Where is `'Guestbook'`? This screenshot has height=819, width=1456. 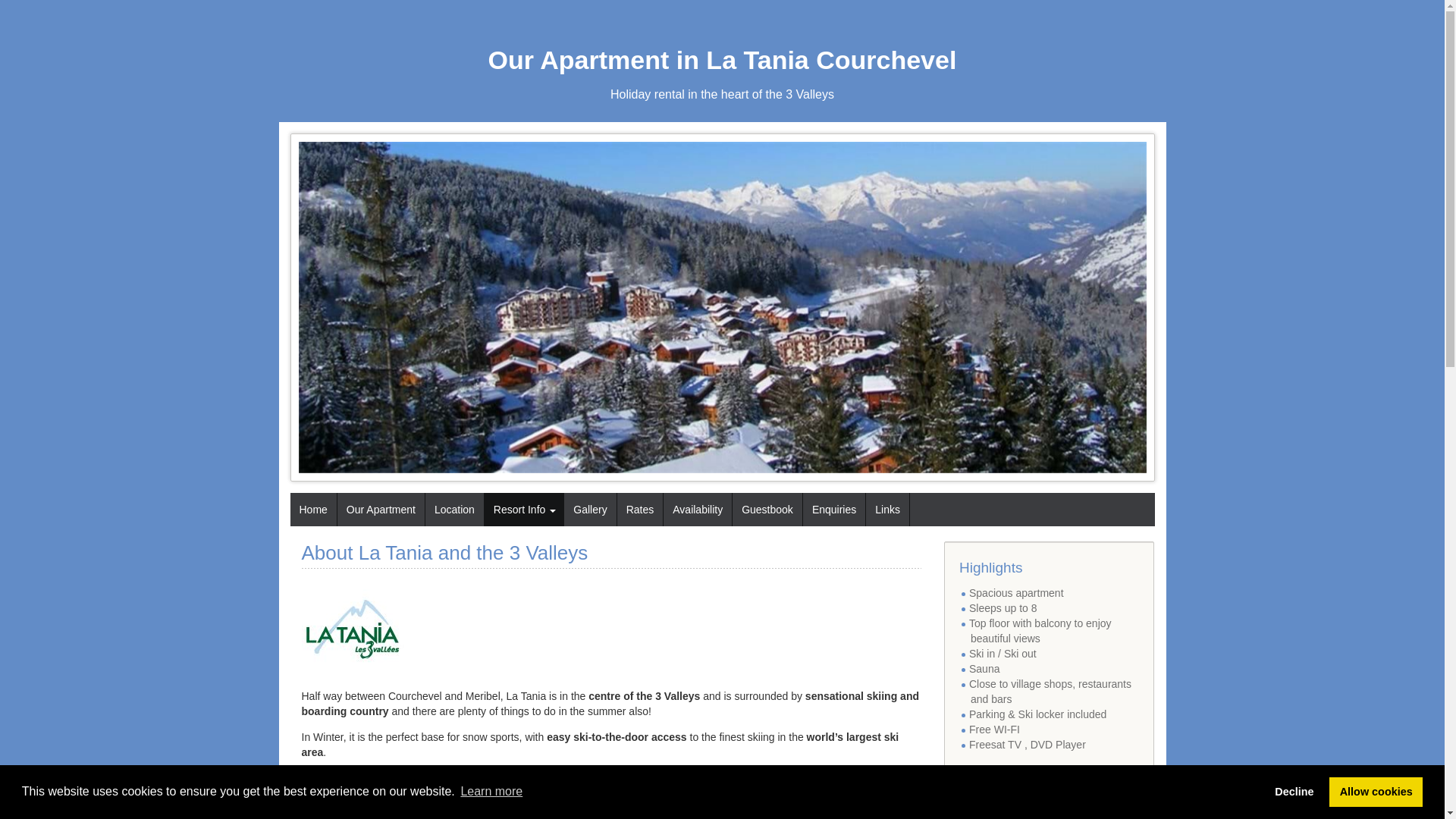 'Guestbook' is located at coordinates (767, 509).